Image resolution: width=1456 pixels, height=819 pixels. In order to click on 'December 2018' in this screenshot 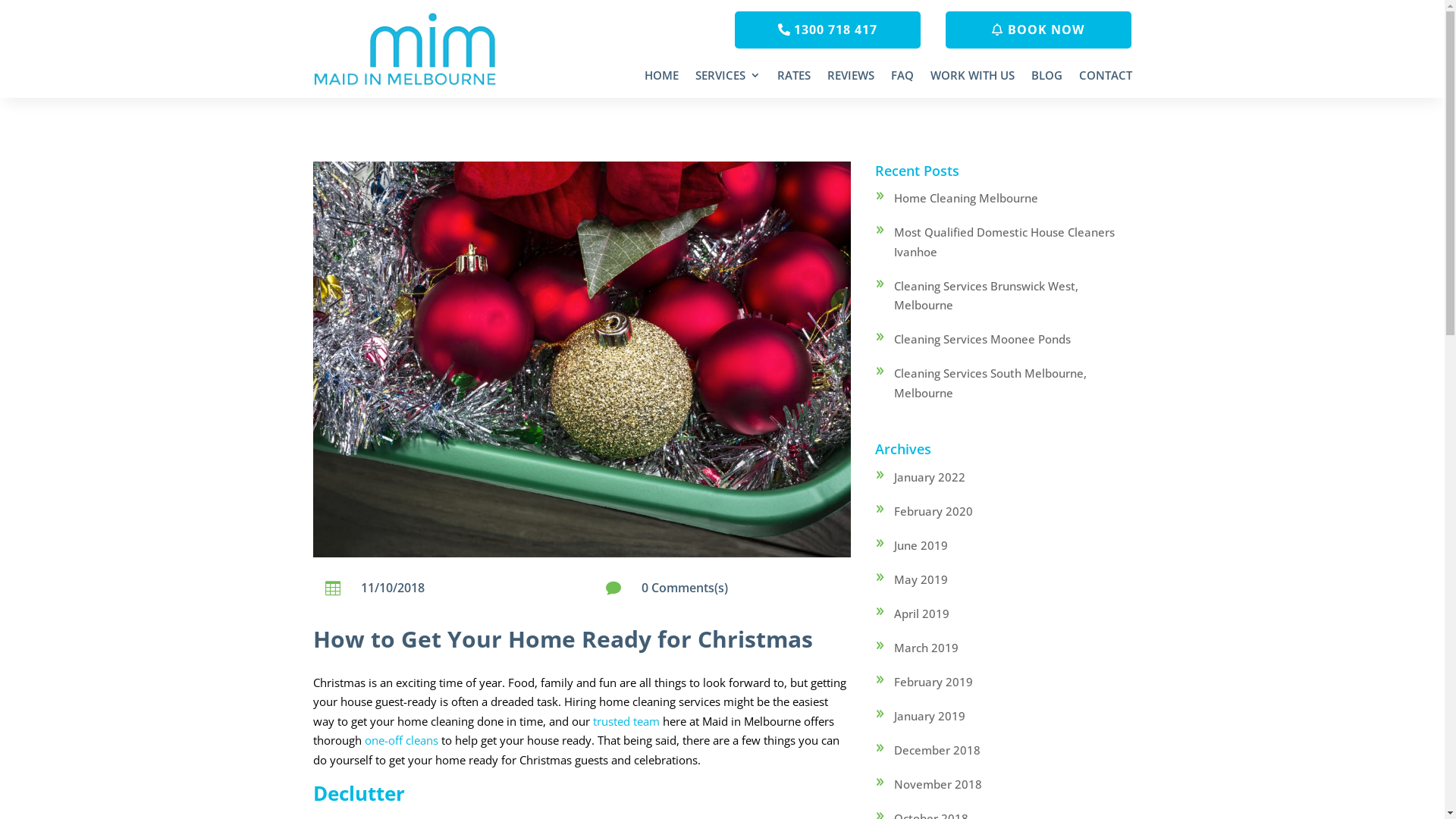, I will do `click(937, 748)`.